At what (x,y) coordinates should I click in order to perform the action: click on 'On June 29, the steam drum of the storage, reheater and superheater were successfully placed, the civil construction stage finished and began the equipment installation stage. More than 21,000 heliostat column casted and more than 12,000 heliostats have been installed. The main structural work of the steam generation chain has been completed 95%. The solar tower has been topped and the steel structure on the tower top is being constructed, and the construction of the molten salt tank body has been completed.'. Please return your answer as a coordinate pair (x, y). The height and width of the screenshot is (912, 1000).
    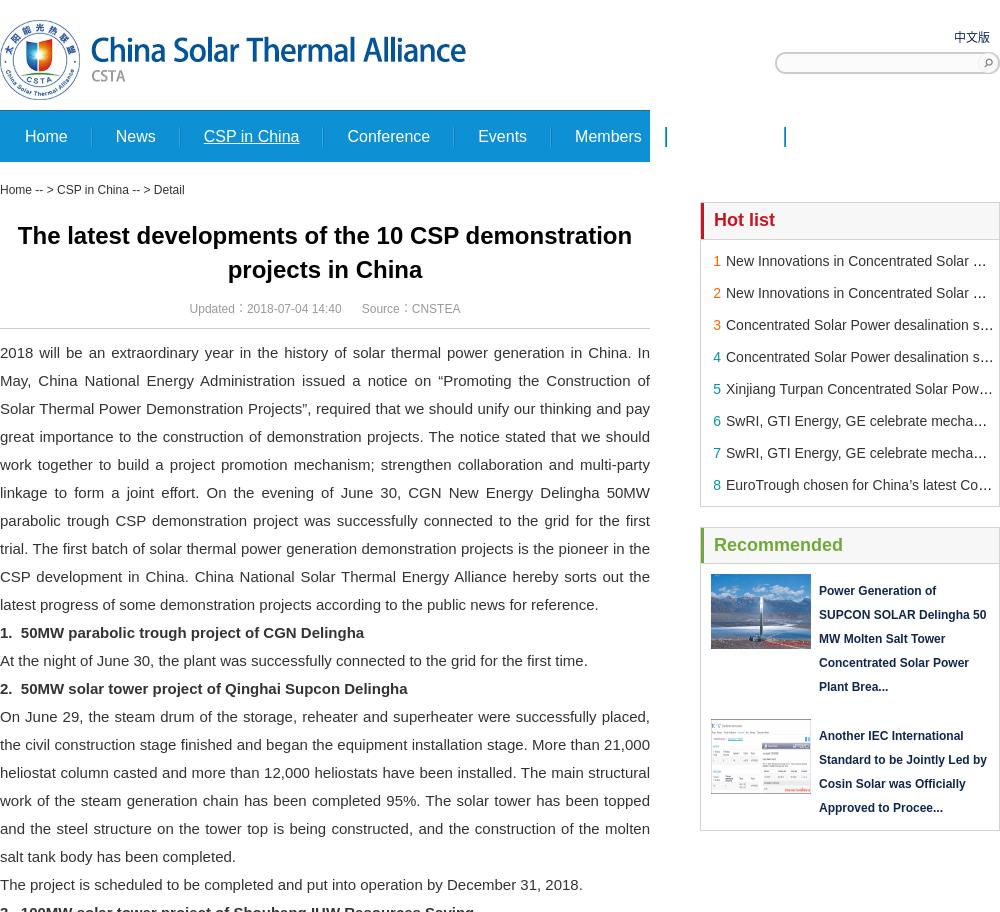
    Looking at the image, I should click on (0, 785).